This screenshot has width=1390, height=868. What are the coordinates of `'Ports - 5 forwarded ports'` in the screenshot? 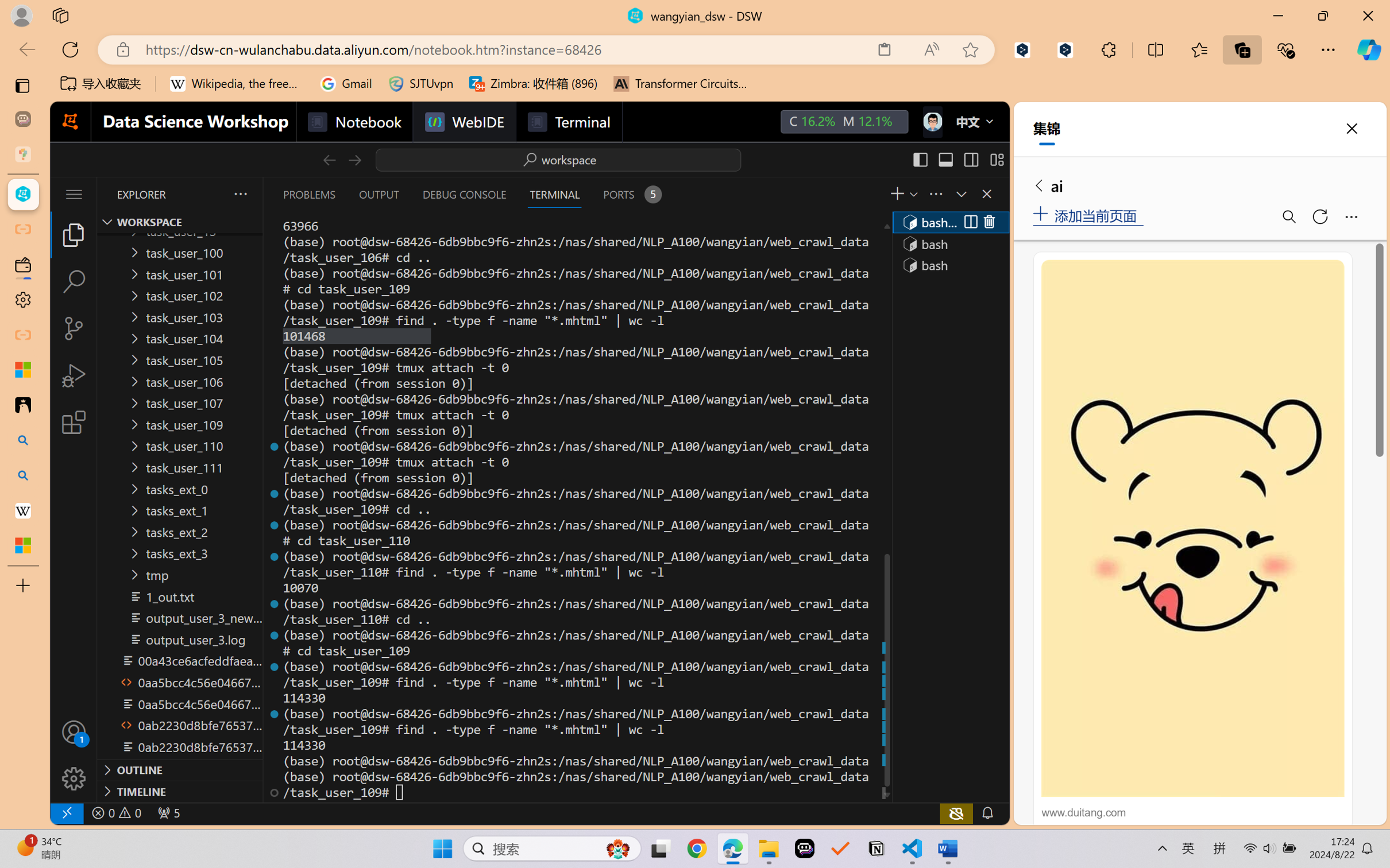 It's located at (631, 193).